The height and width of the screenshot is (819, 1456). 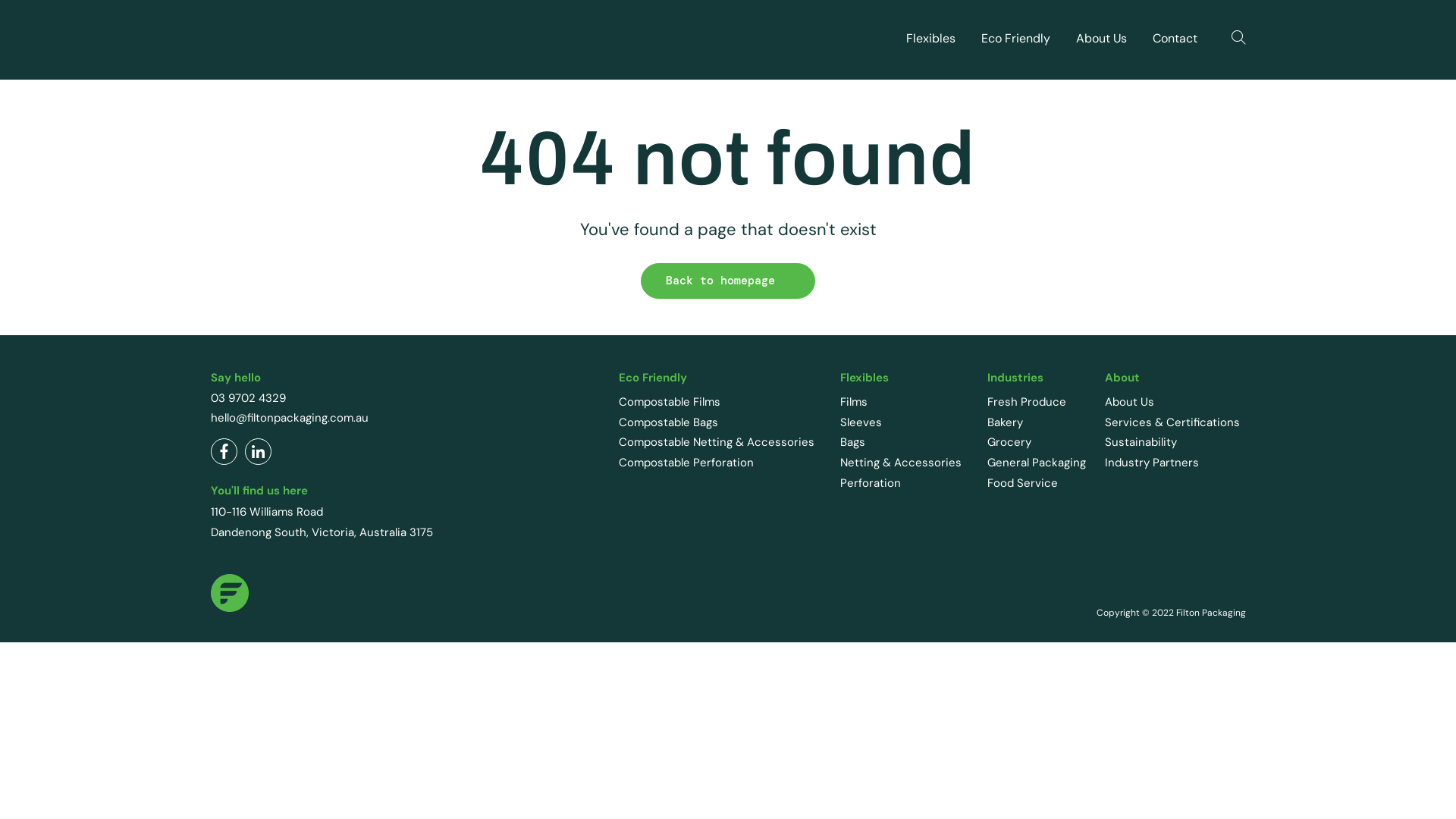 What do you see at coordinates (728, 281) in the screenshot?
I see `'Back to homepage'` at bounding box center [728, 281].